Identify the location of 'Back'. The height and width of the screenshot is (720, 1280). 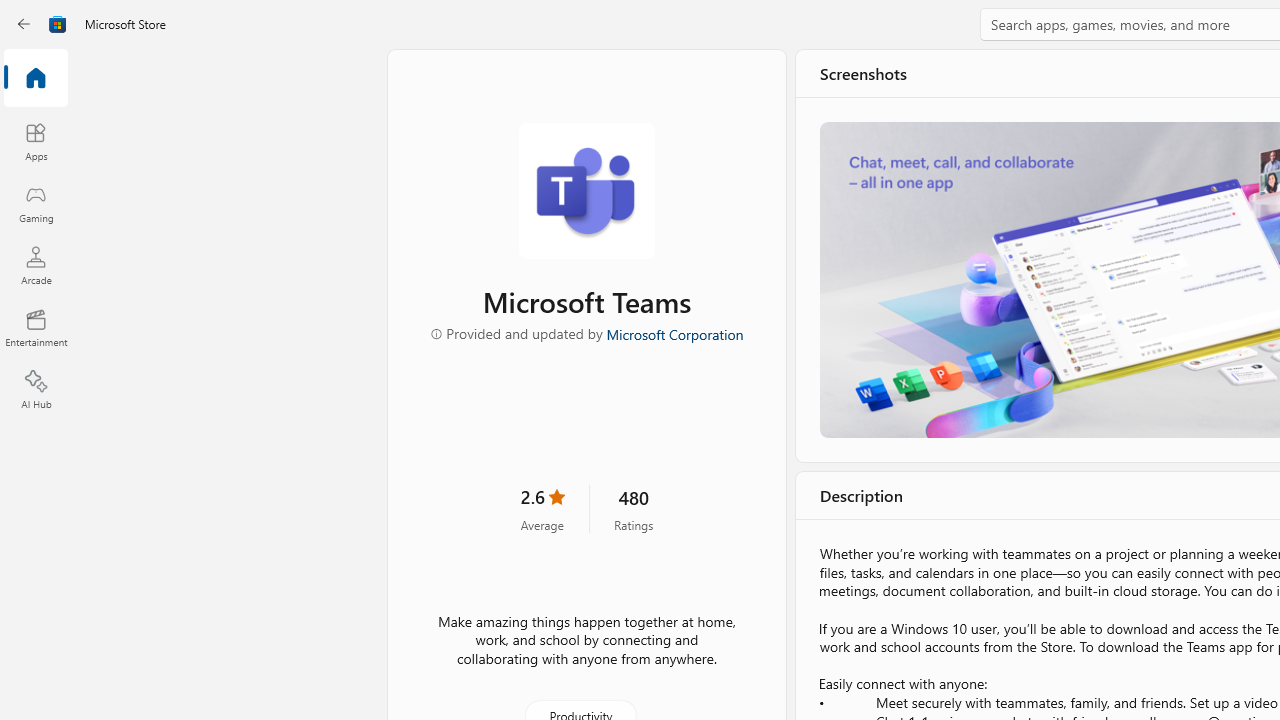
(24, 24).